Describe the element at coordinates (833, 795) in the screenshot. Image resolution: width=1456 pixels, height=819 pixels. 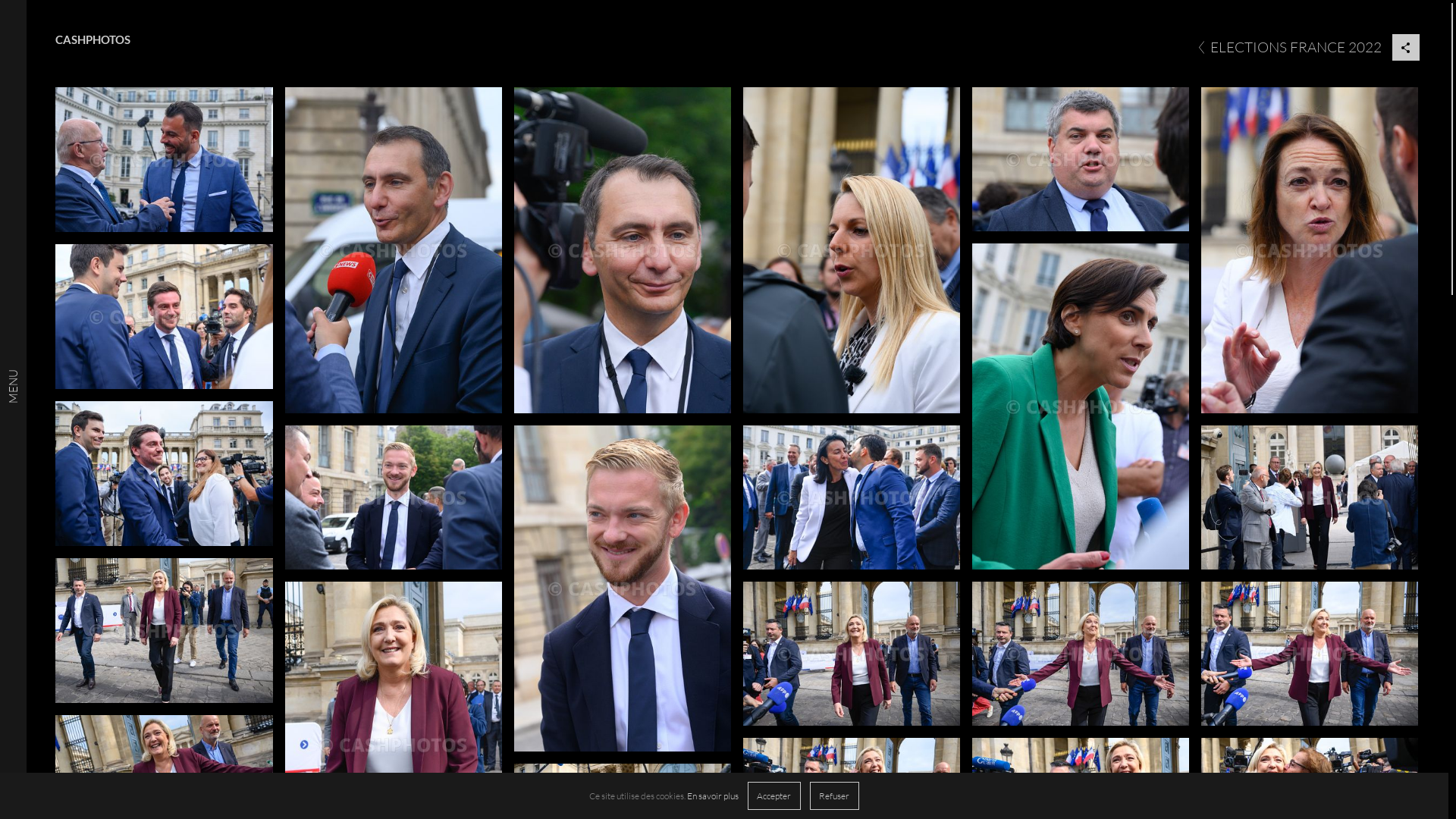
I see `'Refuser'` at that location.